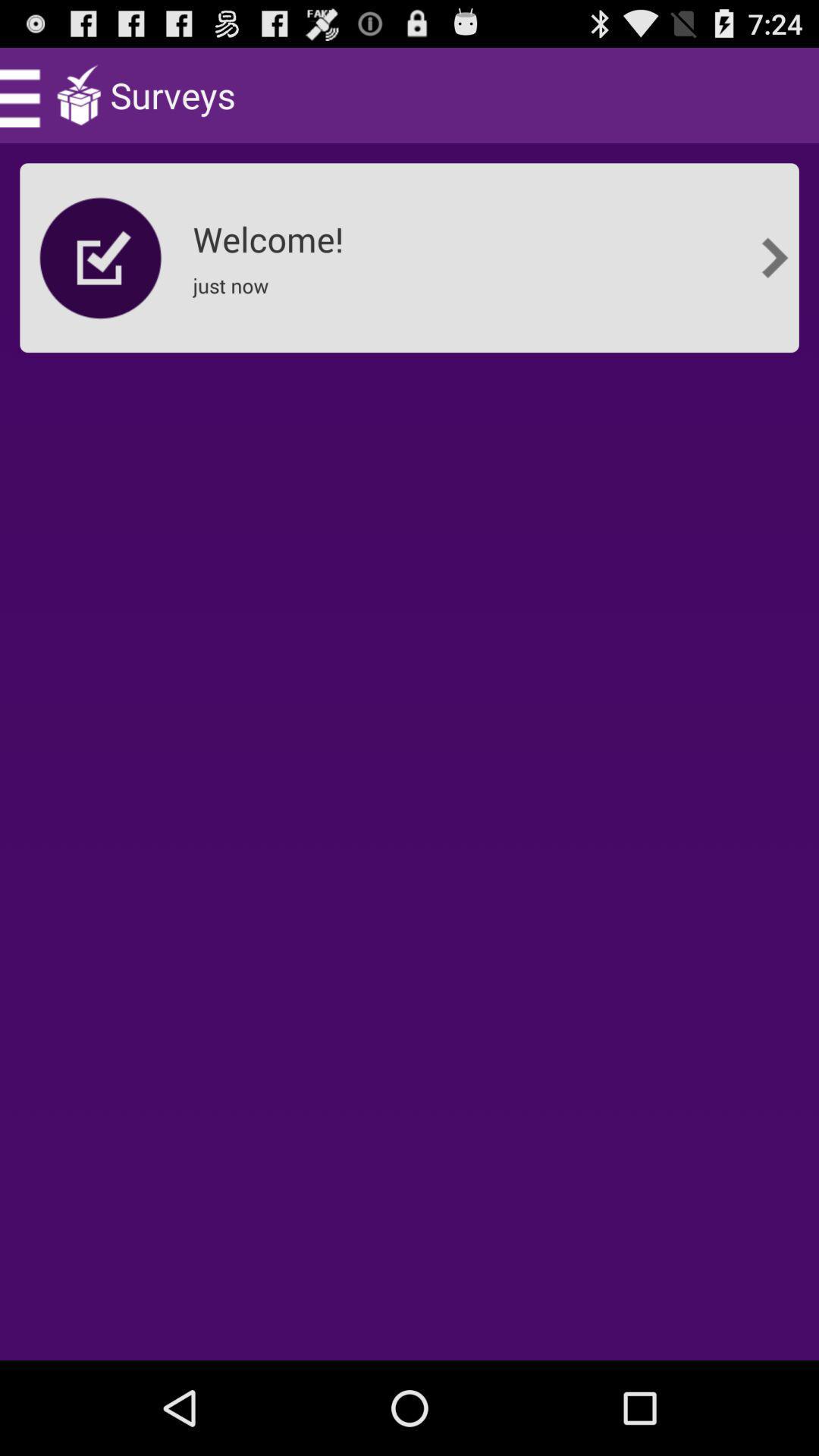  Describe the element at coordinates (271, 234) in the screenshot. I see `welcome! item` at that location.